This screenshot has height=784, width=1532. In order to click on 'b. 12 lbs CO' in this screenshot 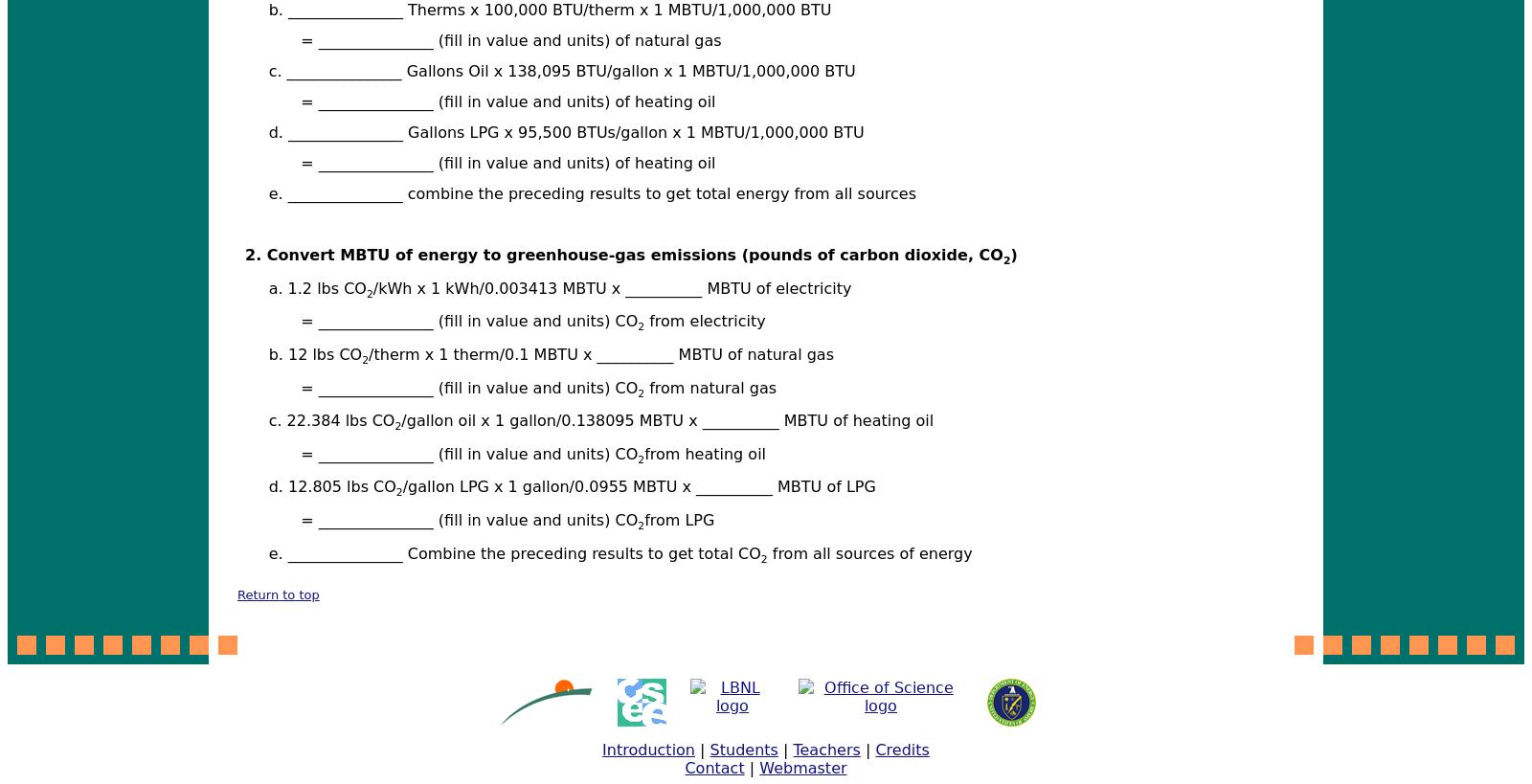, I will do `click(314, 353)`.